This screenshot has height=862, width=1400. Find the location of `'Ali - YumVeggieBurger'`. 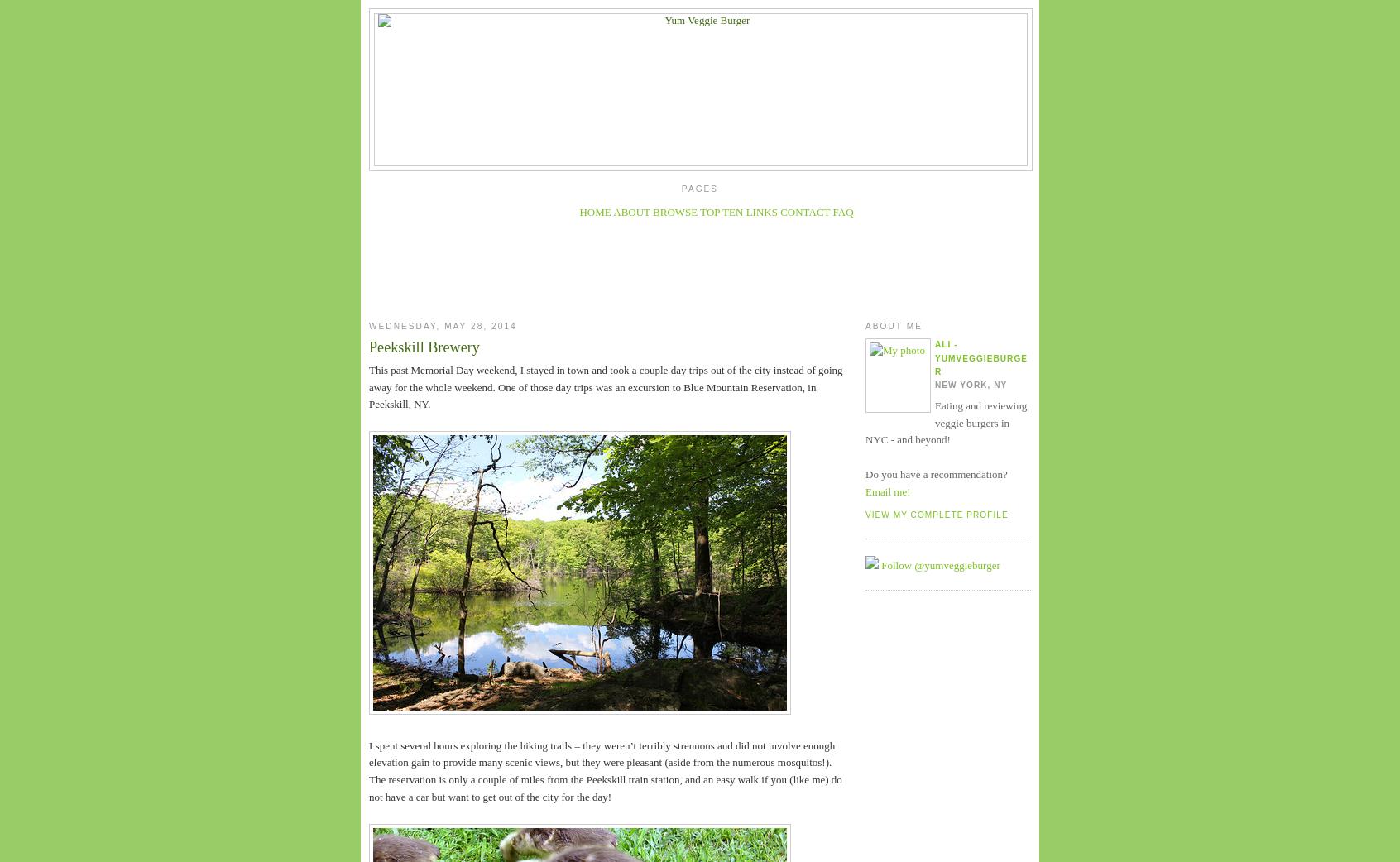

'Ali - YumVeggieBurger' is located at coordinates (980, 357).